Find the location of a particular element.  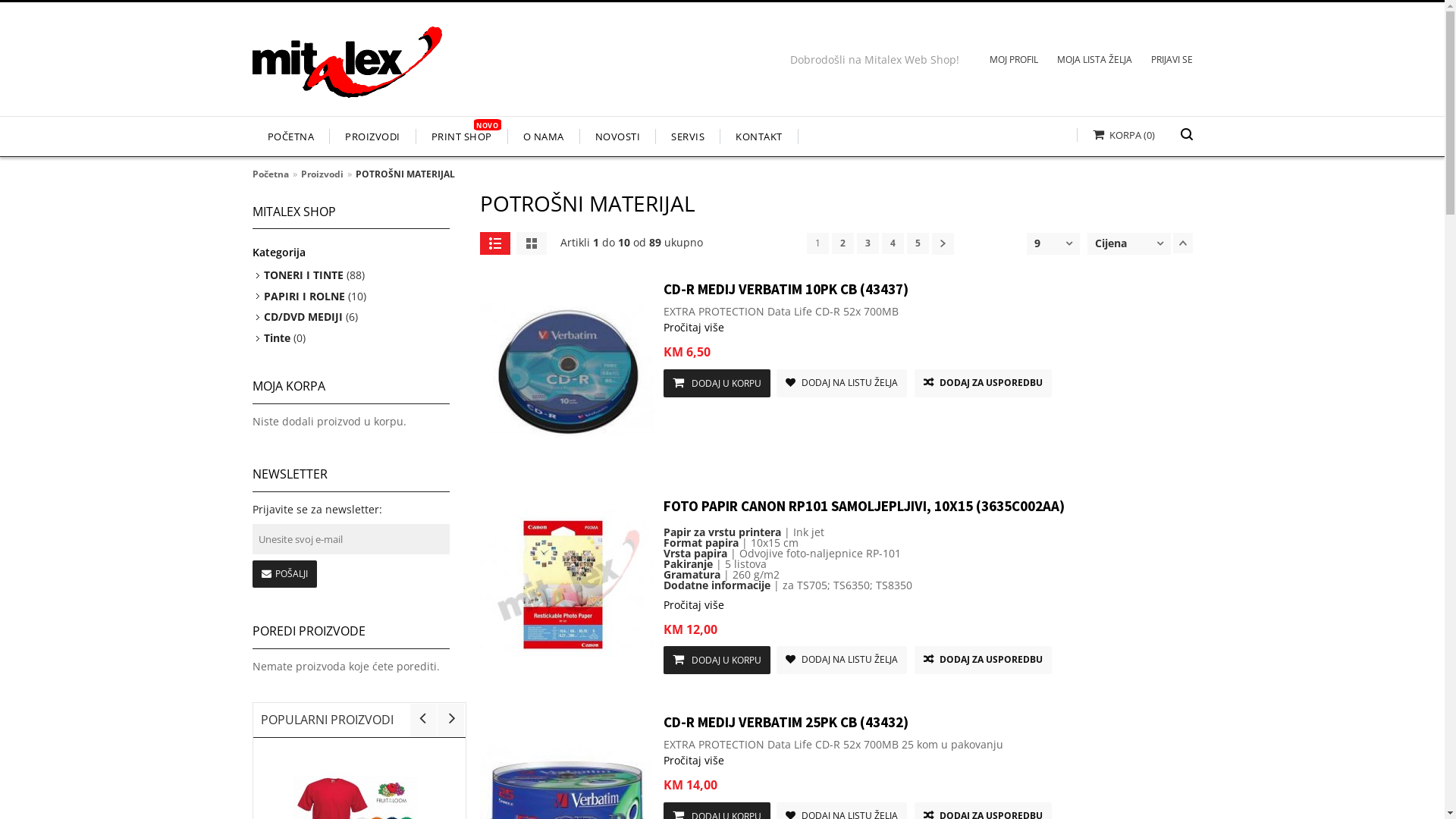

'Lista' is located at coordinates (494, 242).